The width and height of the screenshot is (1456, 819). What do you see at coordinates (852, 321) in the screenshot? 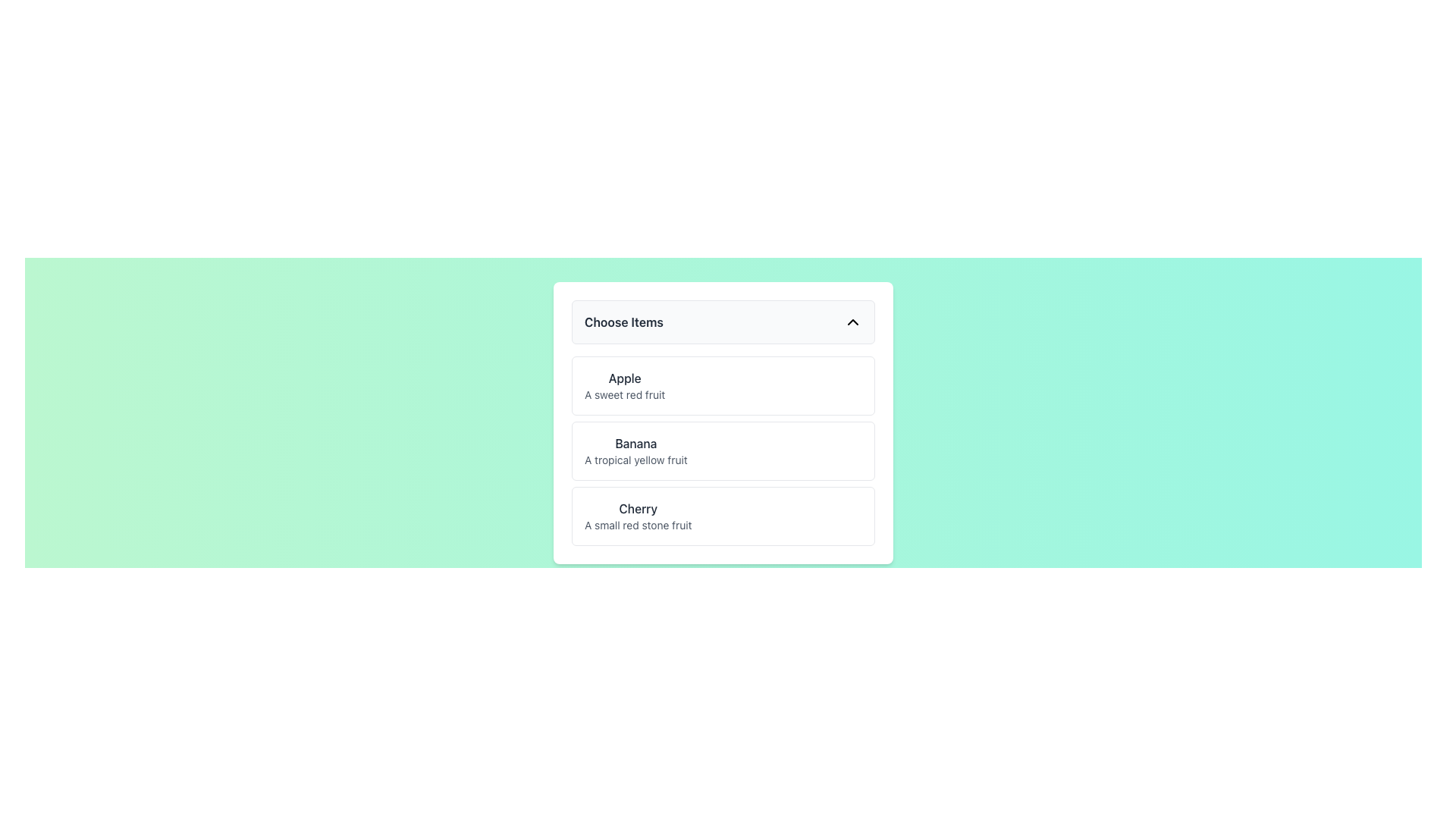
I see `the downward-pointing chevron icon adjacent to the 'Choose Items' text` at bounding box center [852, 321].